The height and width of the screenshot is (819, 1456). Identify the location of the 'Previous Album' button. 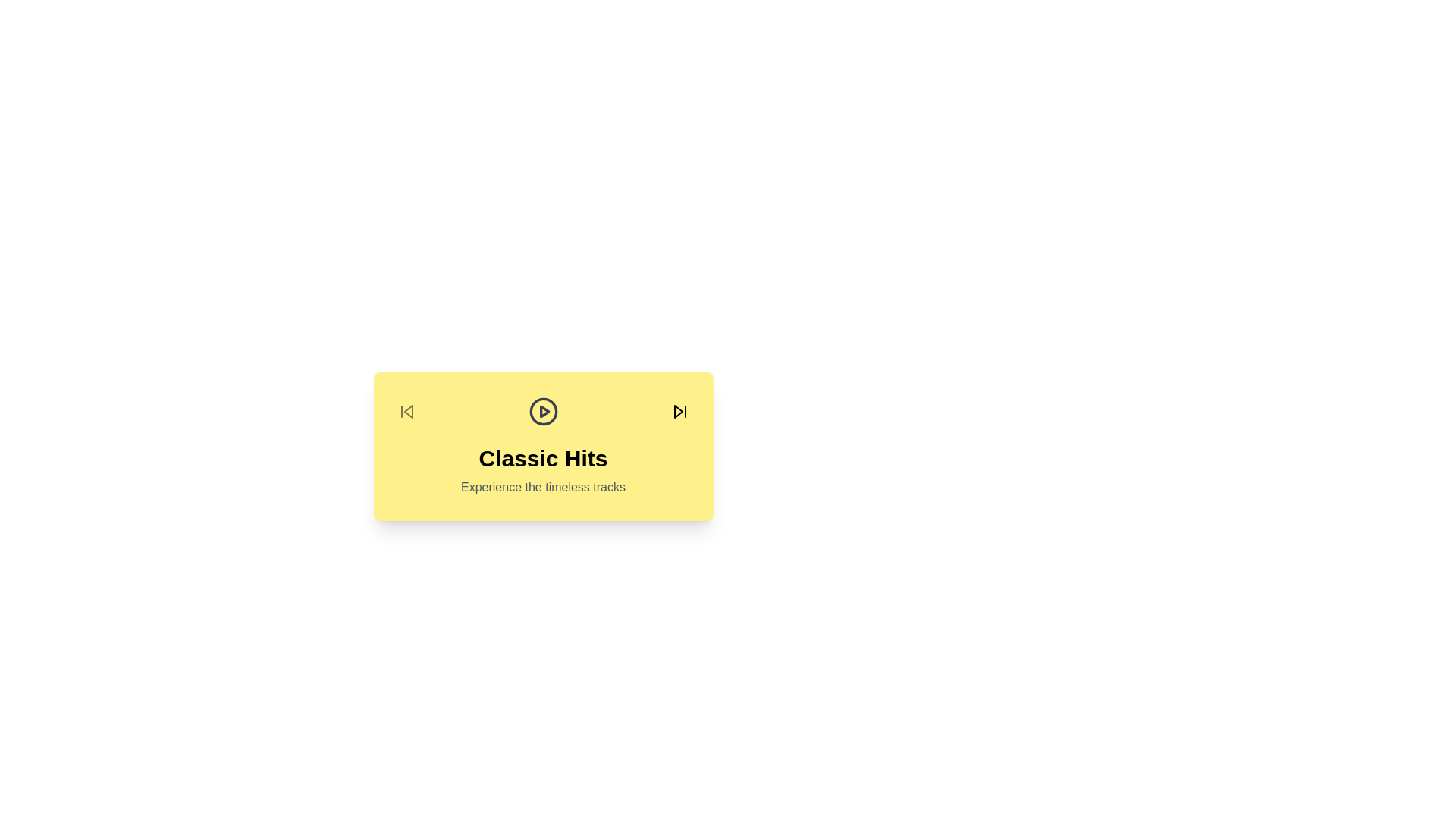
(406, 412).